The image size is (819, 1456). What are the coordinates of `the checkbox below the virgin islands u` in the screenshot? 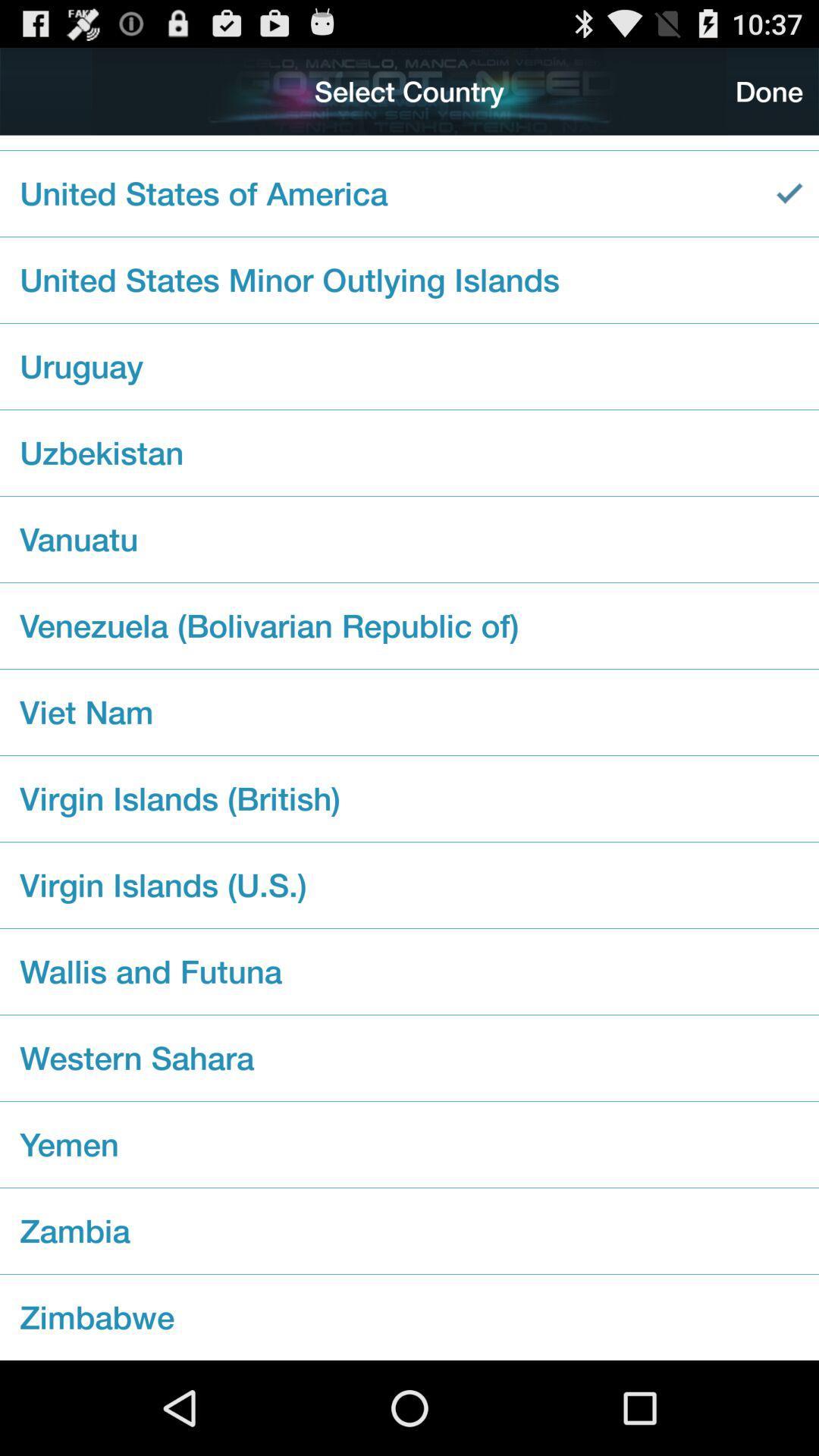 It's located at (409, 971).